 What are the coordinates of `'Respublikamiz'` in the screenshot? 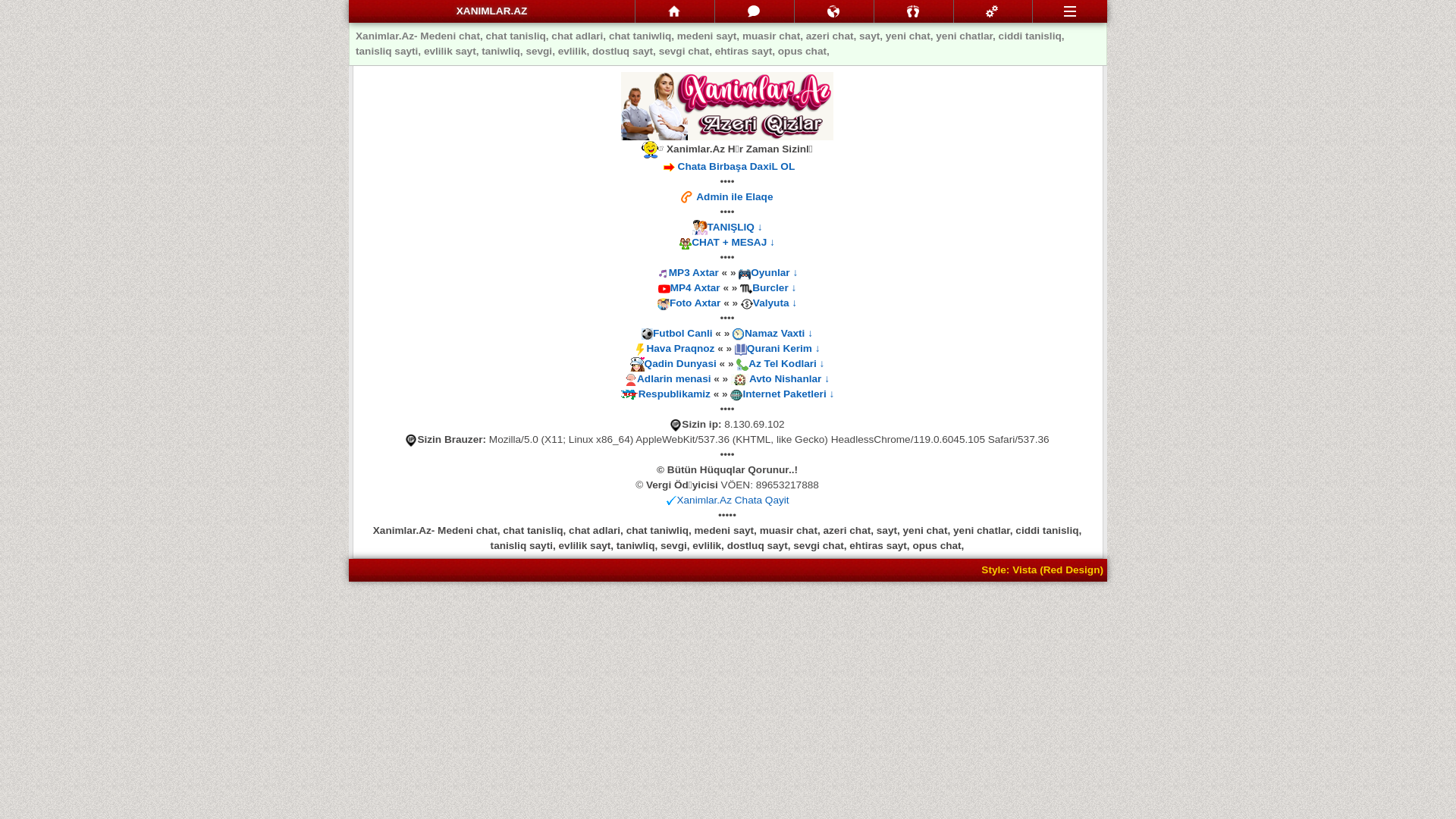 It's located at (673, 393).